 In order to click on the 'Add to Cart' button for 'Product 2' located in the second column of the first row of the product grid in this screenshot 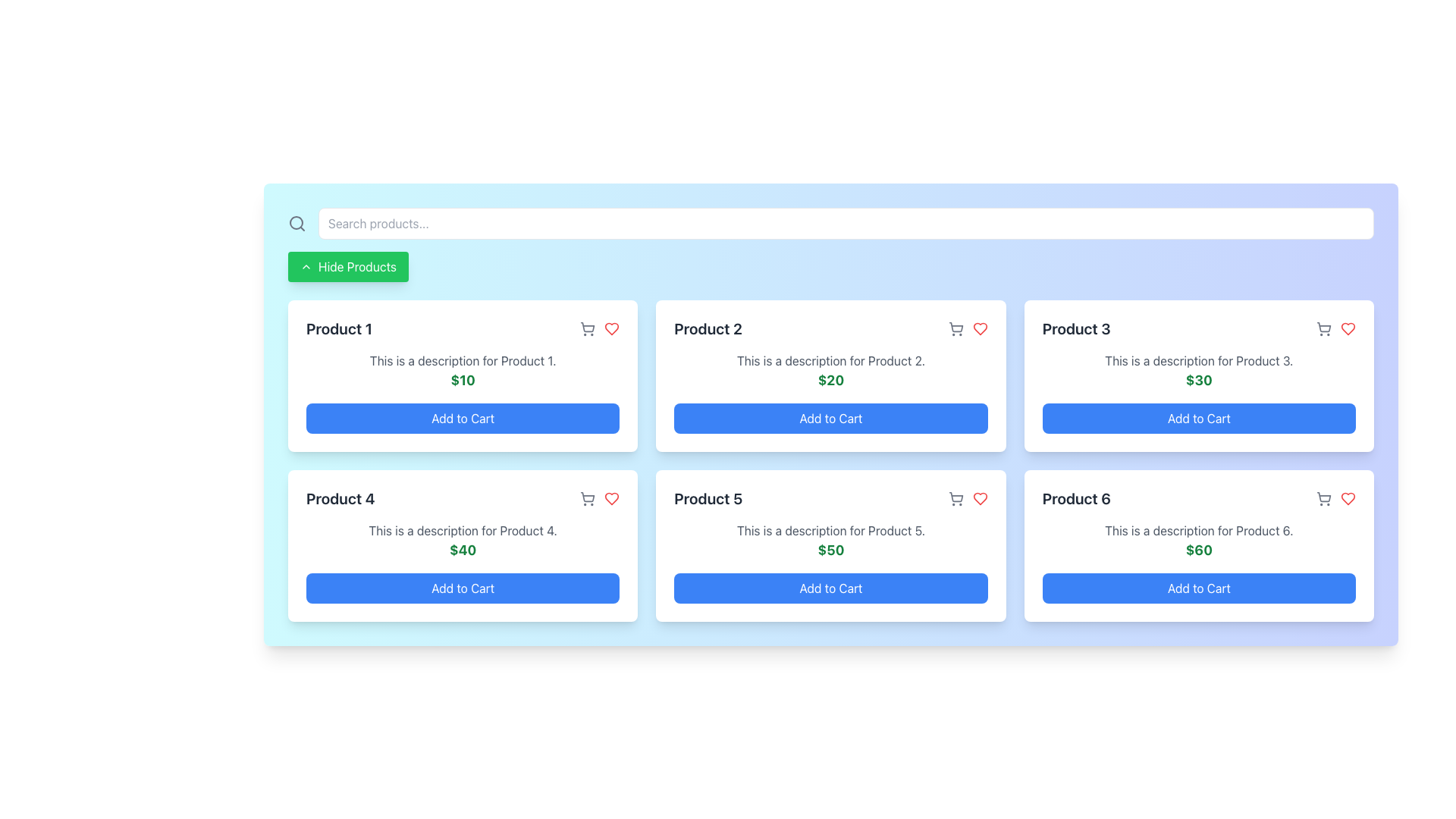, I will do `click(830, 418)`.